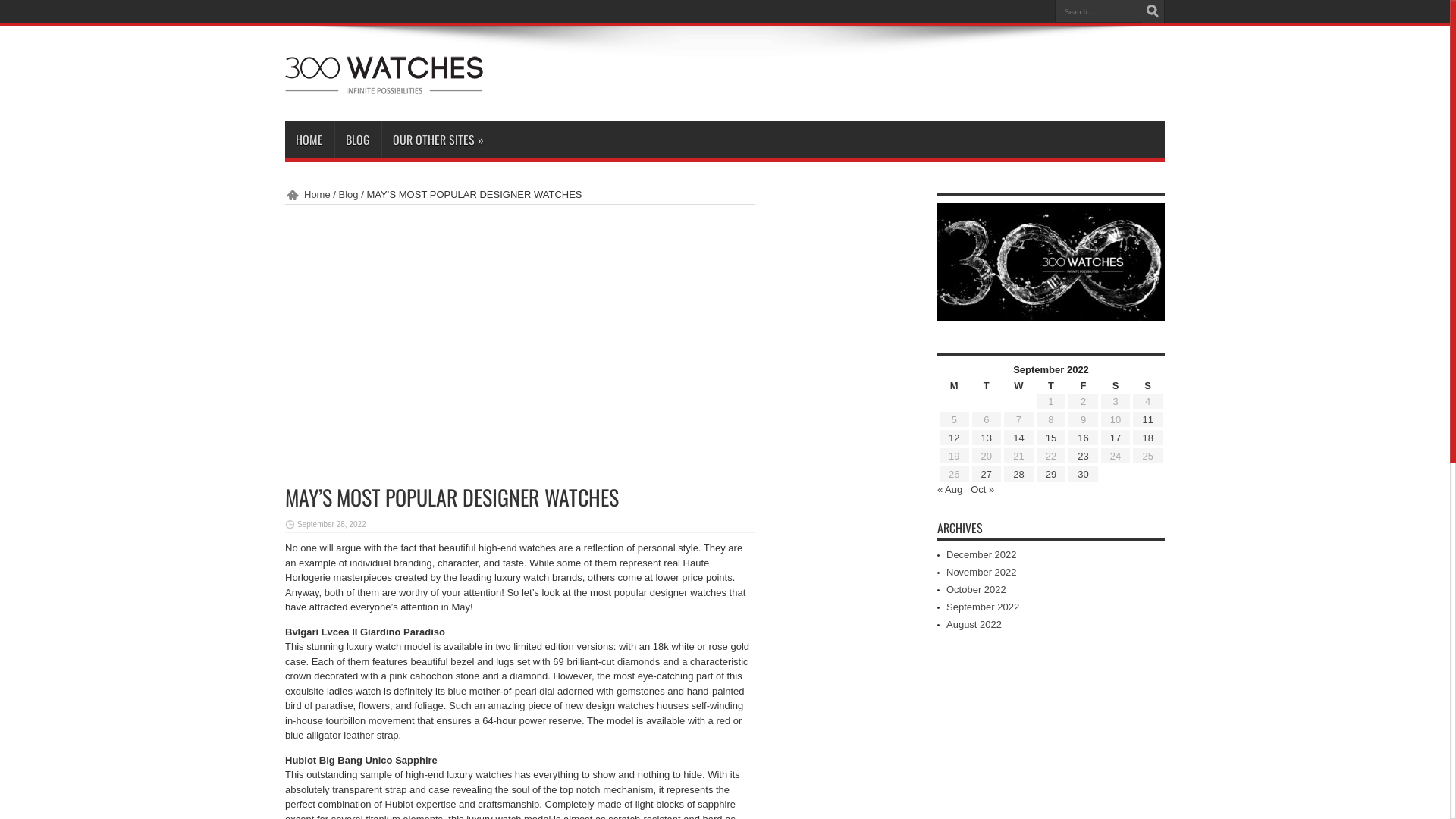 The image size is (1456, 819). Describe the element at coordinates (384, 82) in the screenshot. I see `'300Watches'` at that location.